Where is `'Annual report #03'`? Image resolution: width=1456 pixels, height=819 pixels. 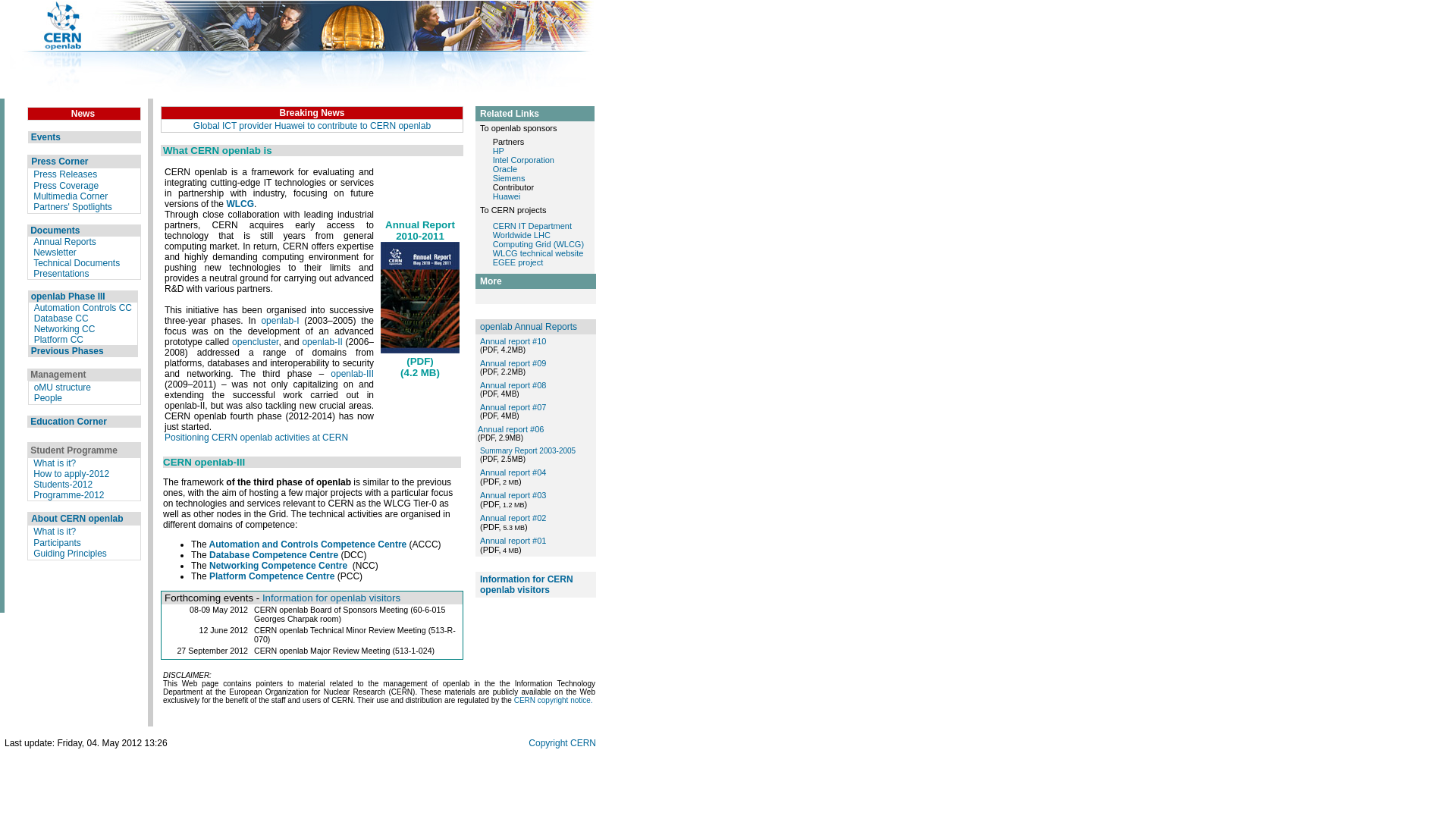 'Annual report #03' is located at coordinates (513, 494).